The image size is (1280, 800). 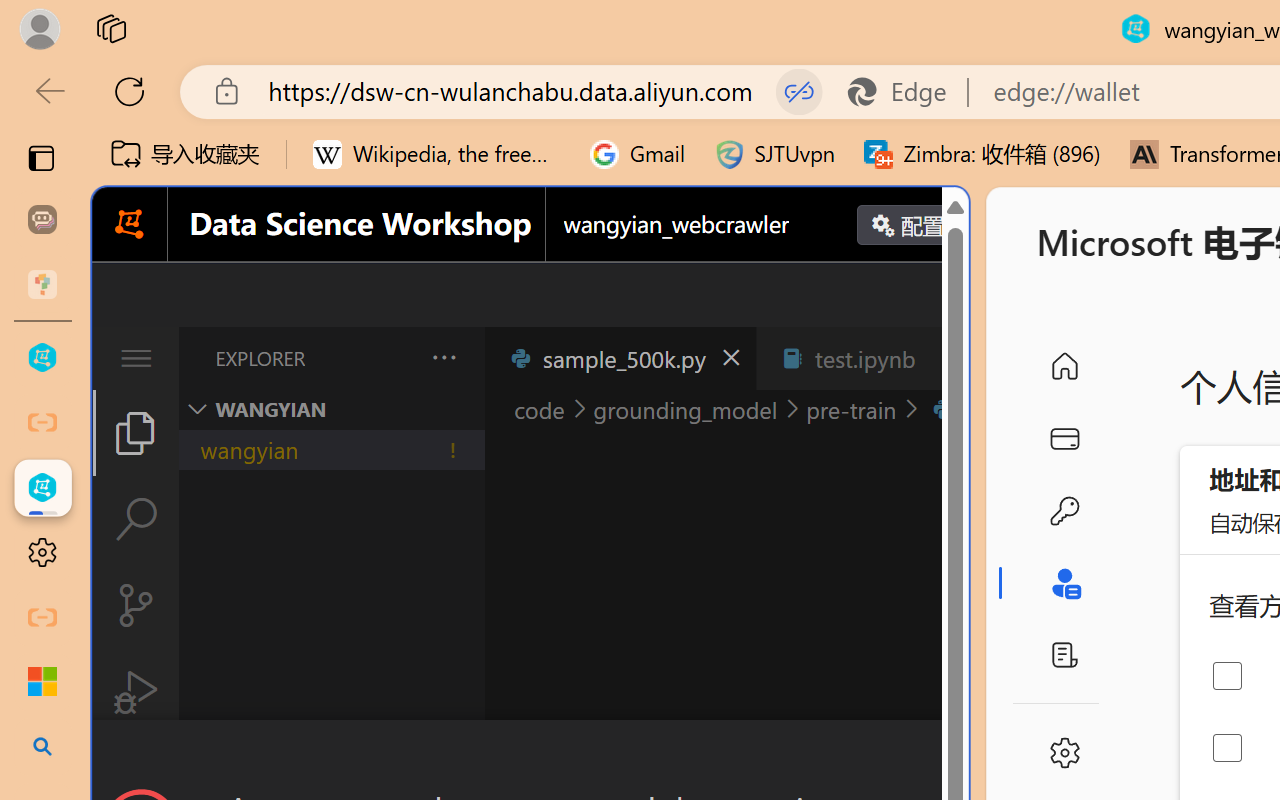 I want to click on 'Run and Debug (Ctrl+Shift+D)', so click(x=134, y=692).